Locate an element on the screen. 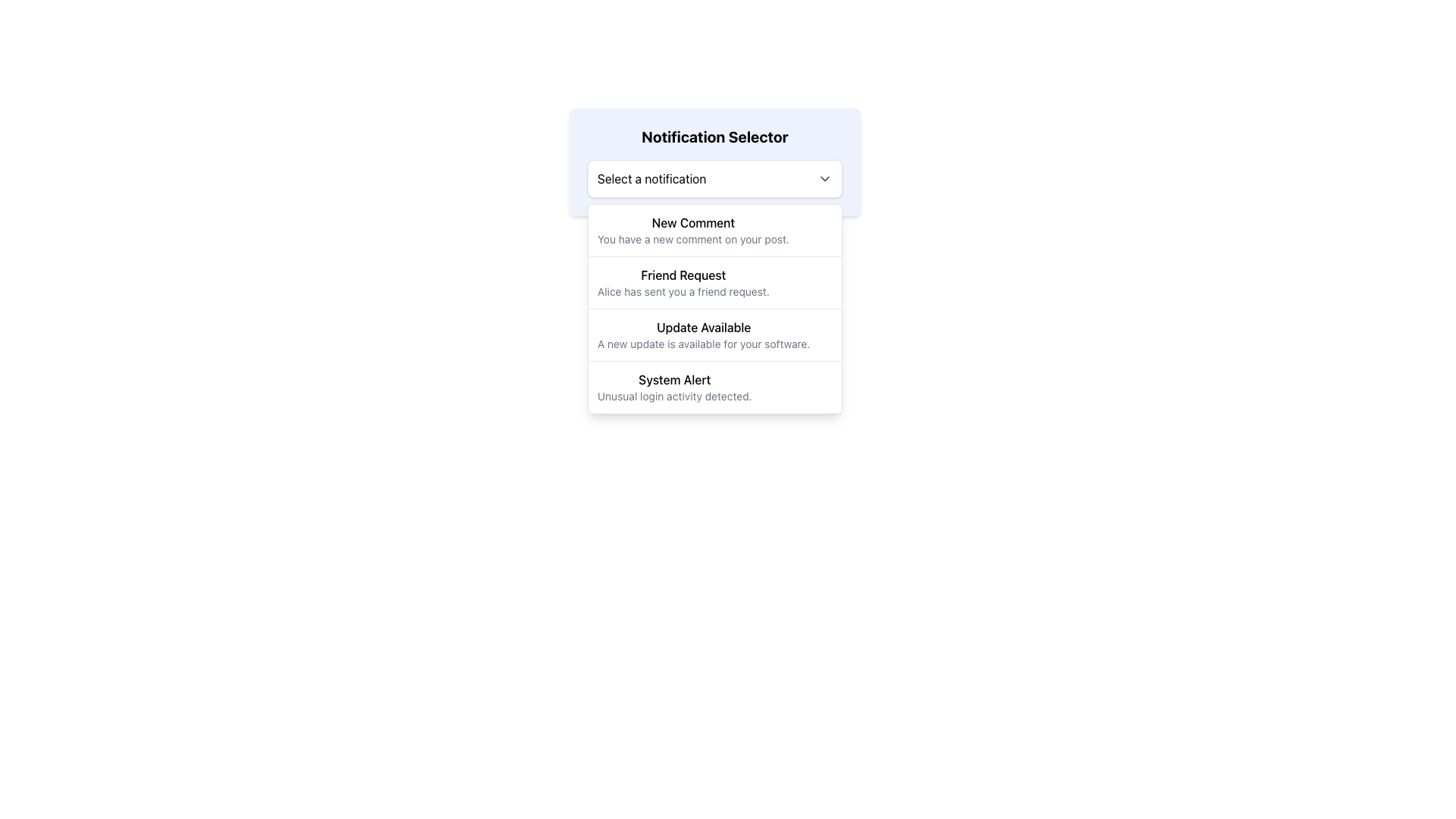  the Text label located directly beneath the 'Update Available' notification in the dropdown menu titled 'Notification Selector' is located at coordinates (703, 344).